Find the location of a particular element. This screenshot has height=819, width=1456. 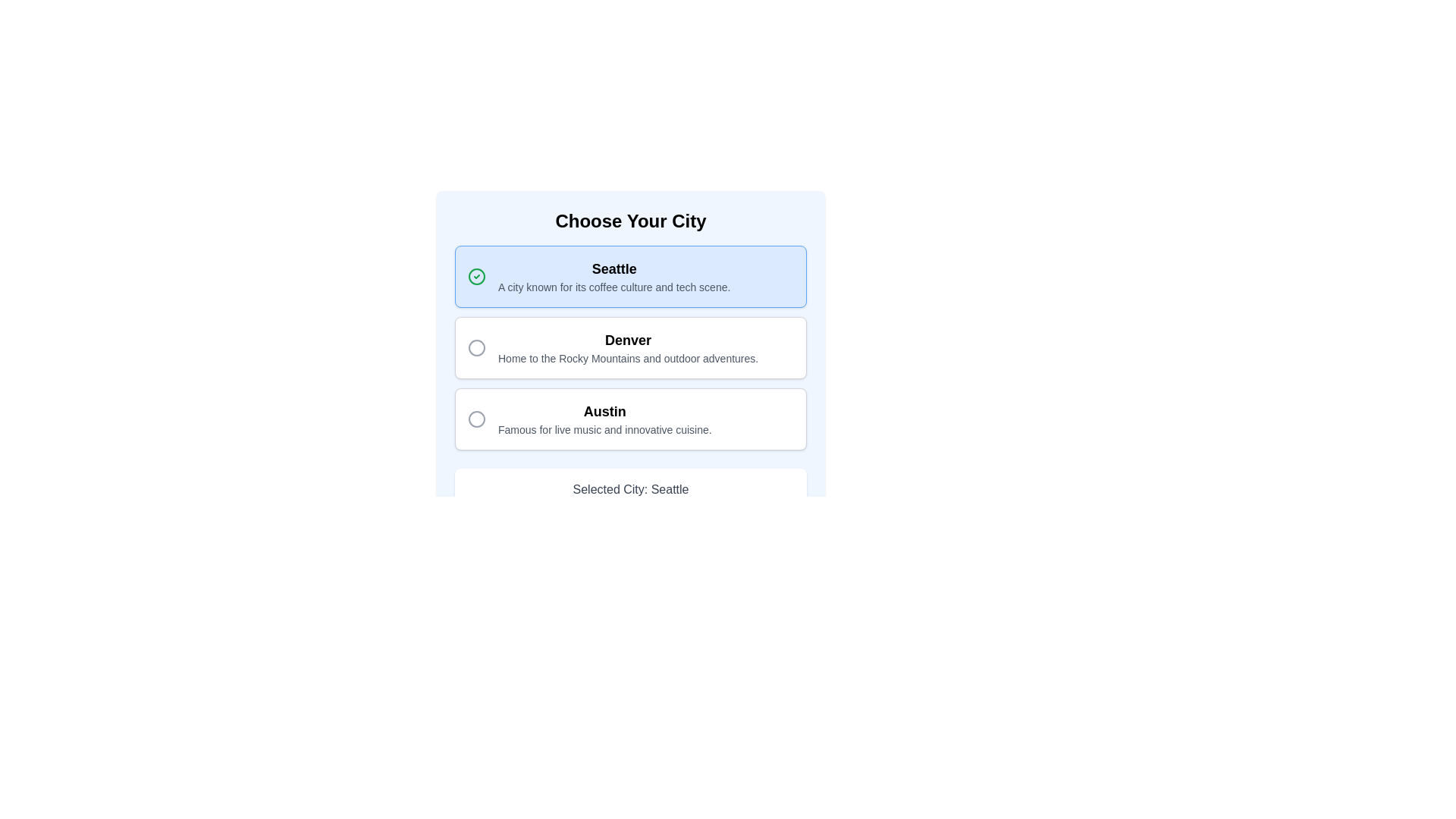

SVG circle element that serves as a visual indicator for selection confirmation next to the label 'Seattle' is located at coordinates (475, 277).